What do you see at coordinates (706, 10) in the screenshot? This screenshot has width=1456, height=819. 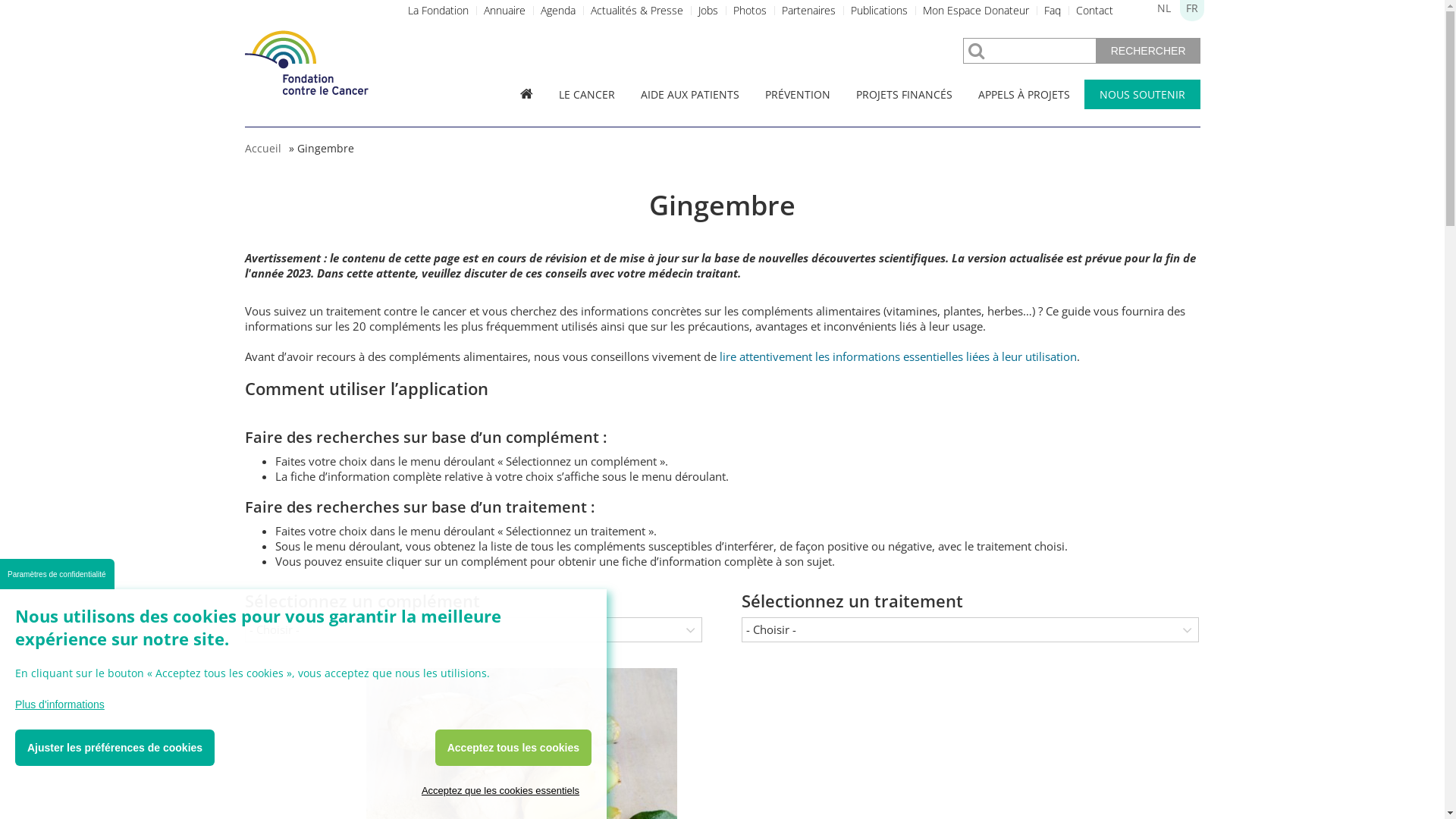 I see `'Jobs'` at bounding box center [706, 10].